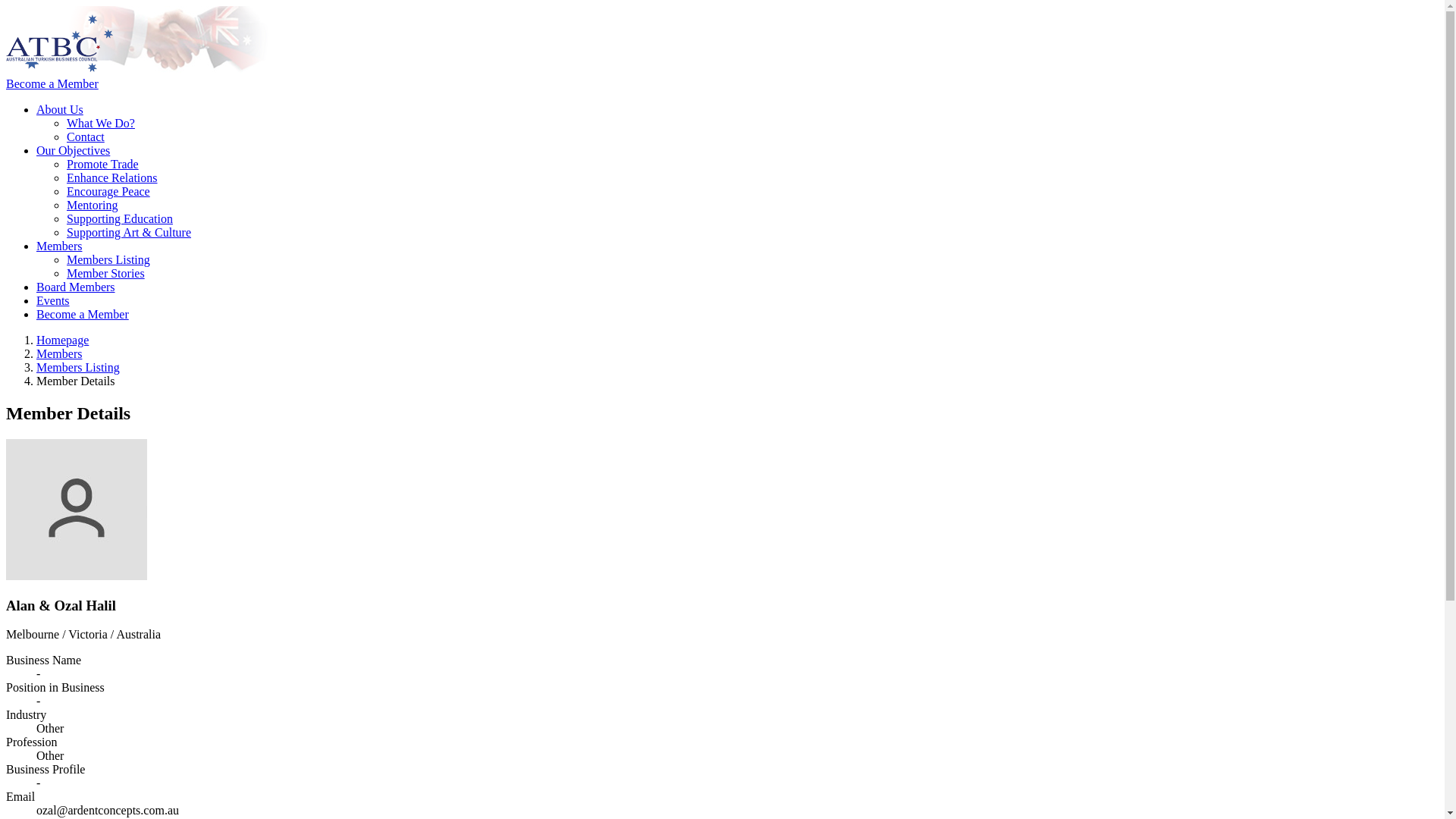 The height and width of the screenshot is (819, 1456). What do you see at coordinates (65, 177) in the screenshot?
I see `'Enhance Relations'` at bounding box center [65, 177].